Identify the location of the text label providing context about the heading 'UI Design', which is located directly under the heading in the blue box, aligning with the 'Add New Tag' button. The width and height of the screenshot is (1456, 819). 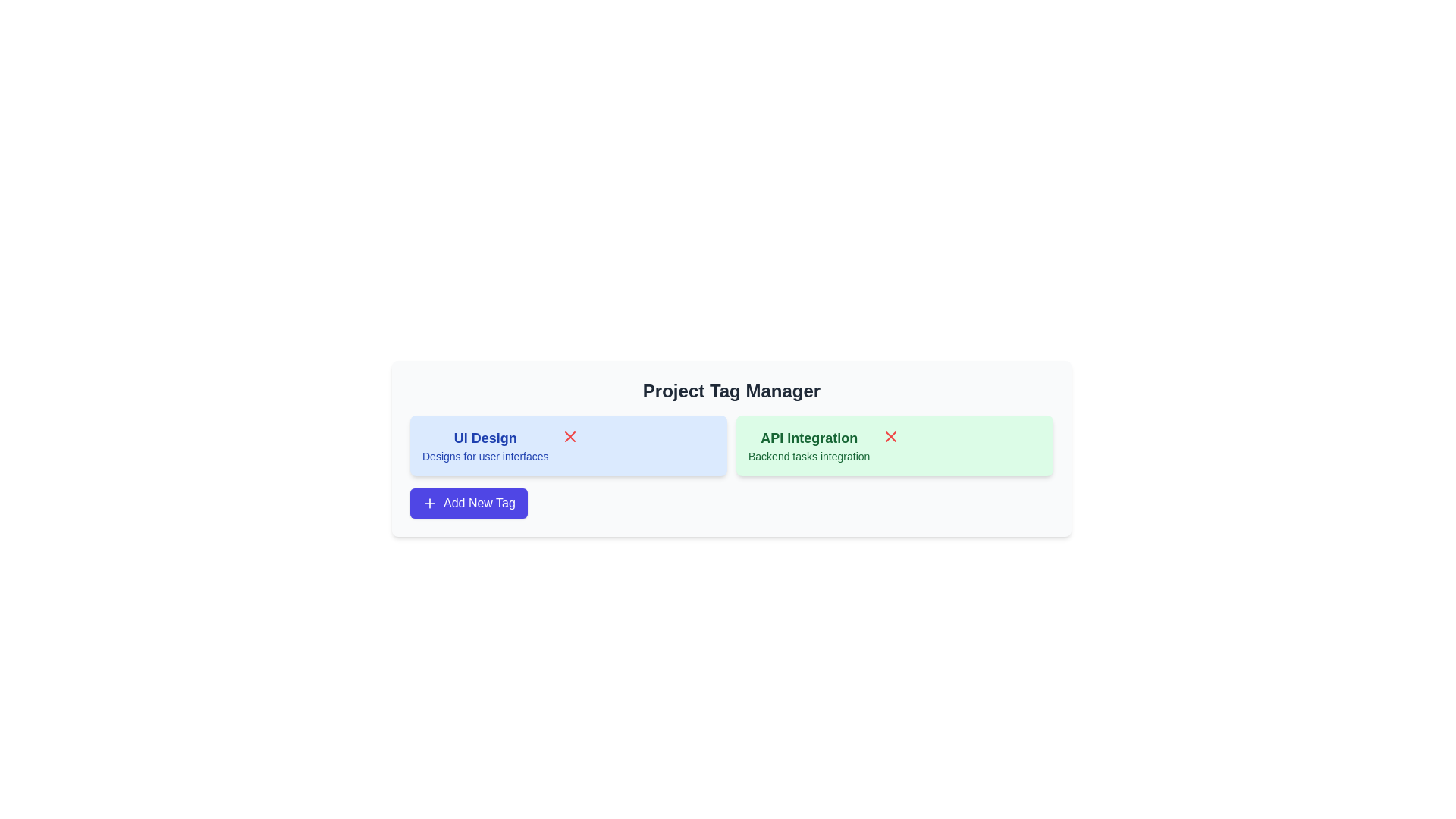
(485, 455).